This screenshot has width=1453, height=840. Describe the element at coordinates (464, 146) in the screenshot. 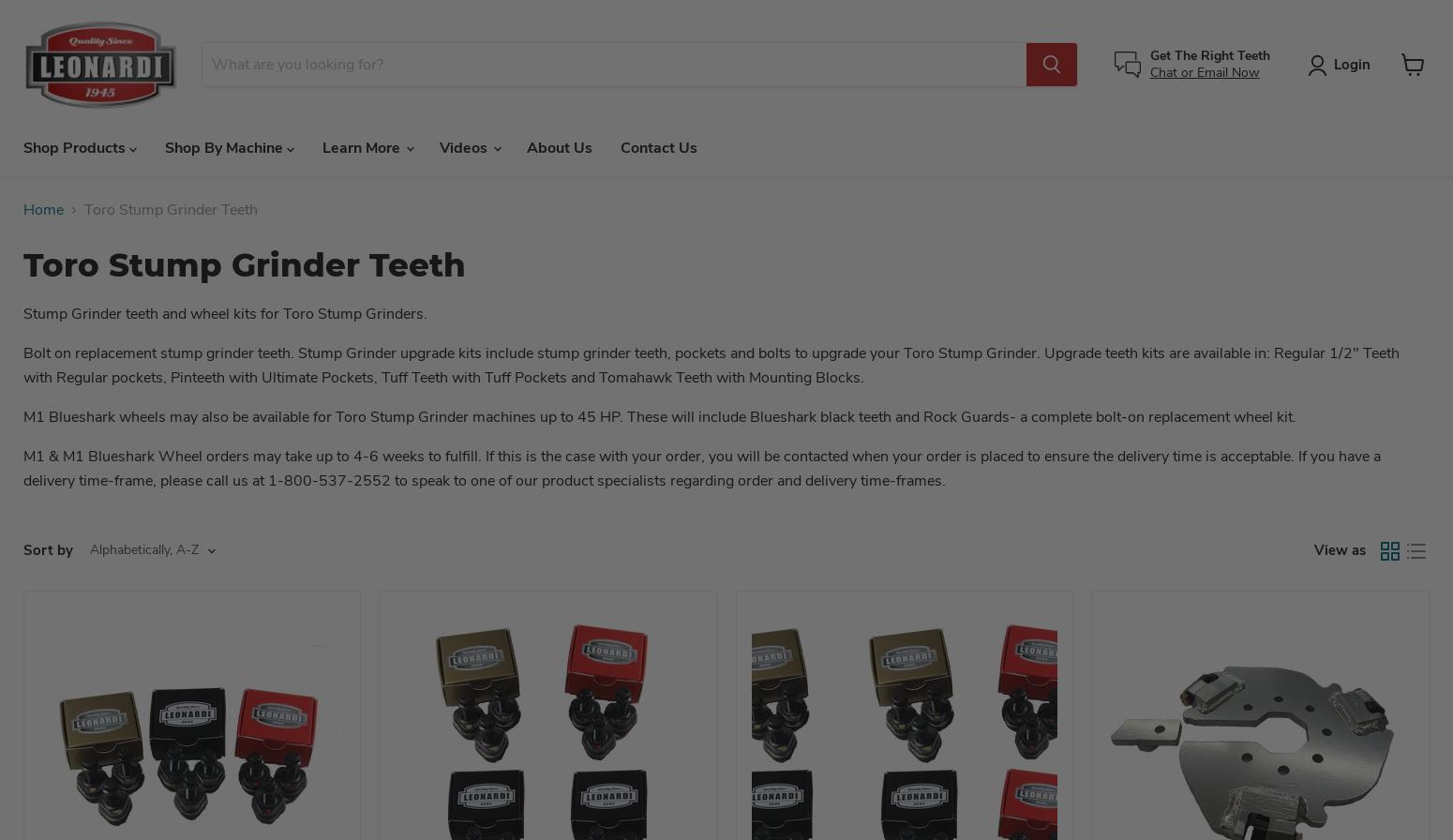

I see `'Videos'` at that location.